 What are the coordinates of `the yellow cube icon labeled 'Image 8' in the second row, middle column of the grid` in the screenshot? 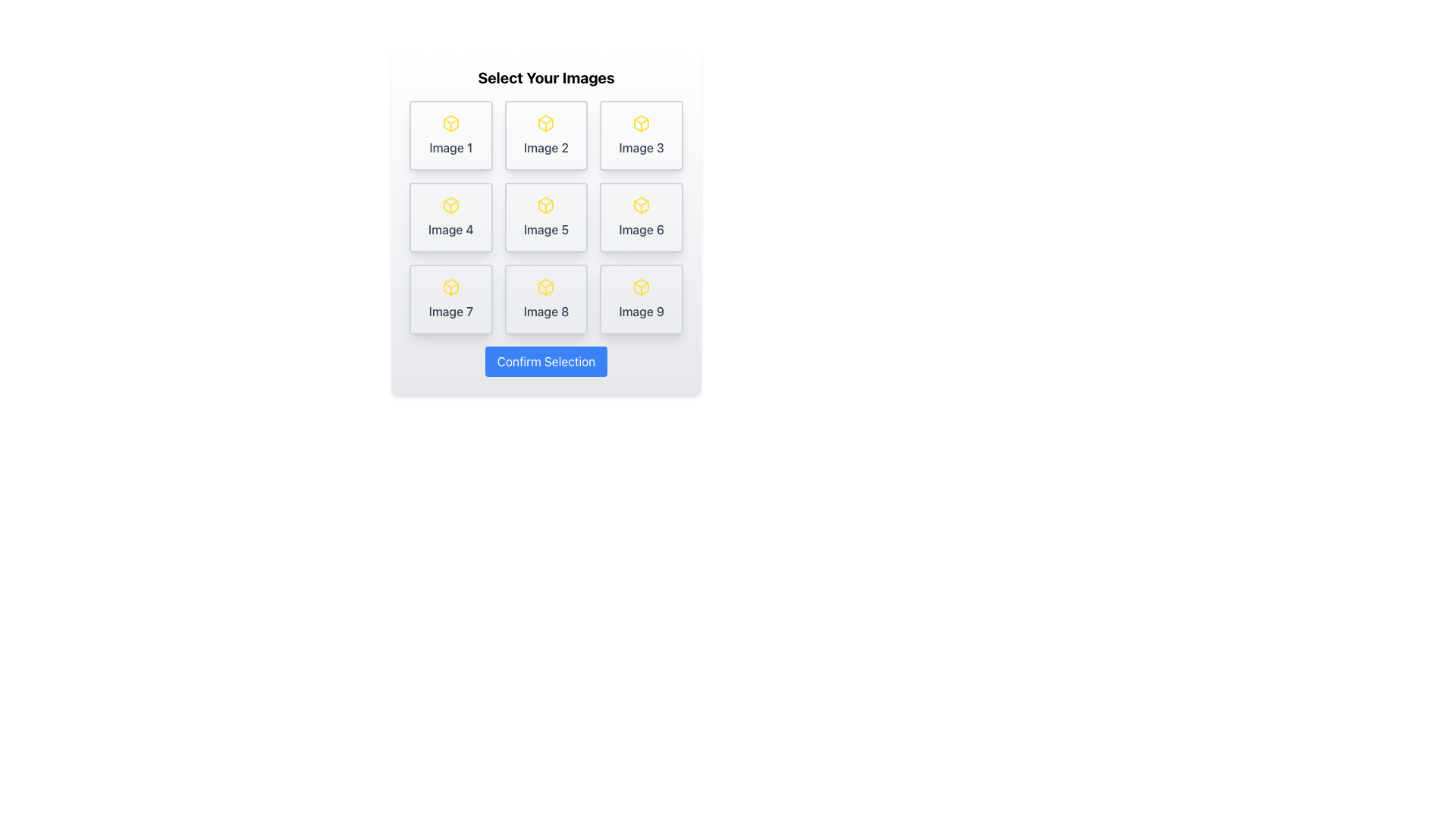 It's located at (546, 287).